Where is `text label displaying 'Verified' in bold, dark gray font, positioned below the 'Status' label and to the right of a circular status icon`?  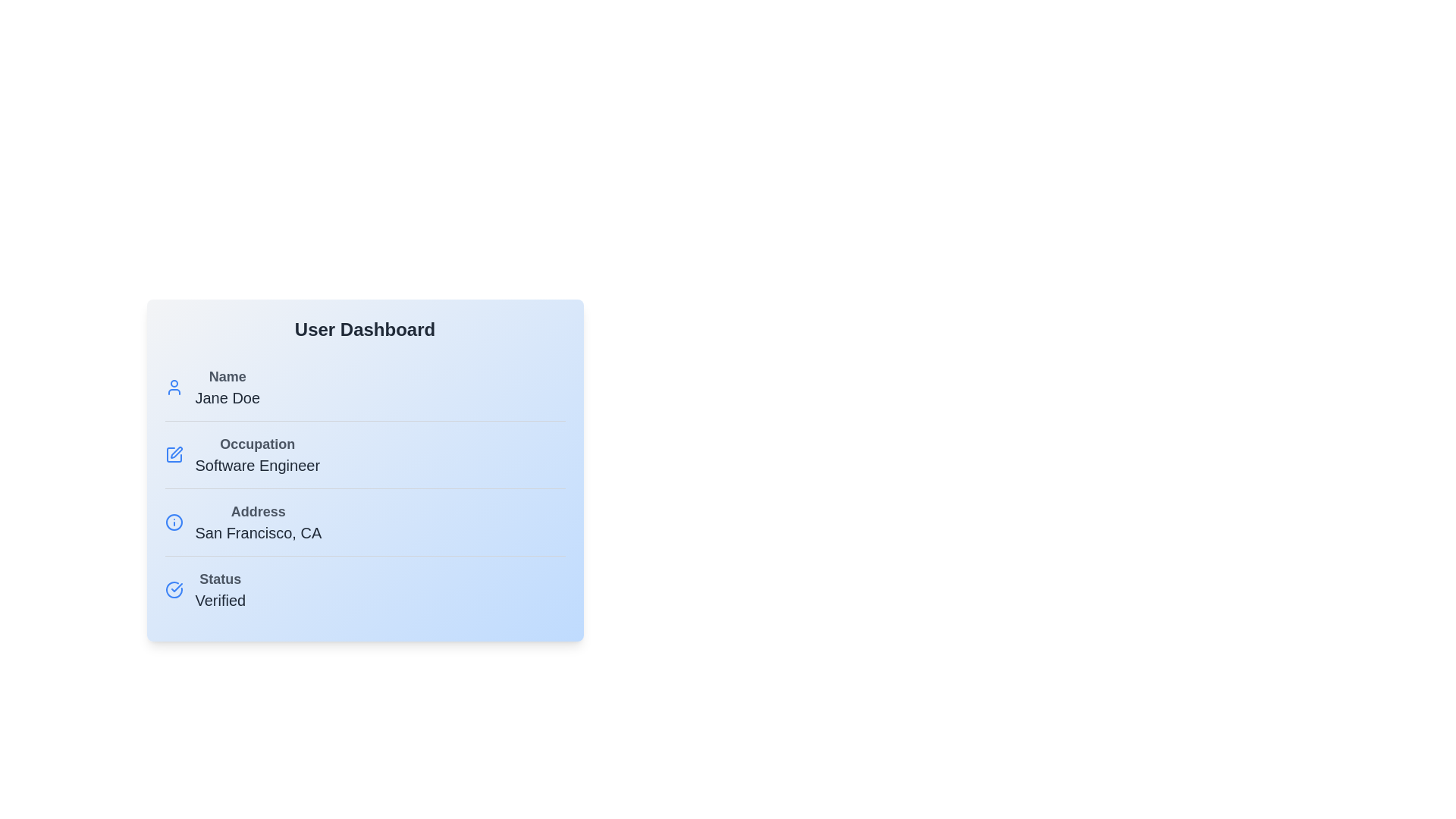 text label displaying 'Verified' in bold, dark gray font, positioned below the 'Status' label and to the right of a circular status icon is located at coordinates (219, 599).